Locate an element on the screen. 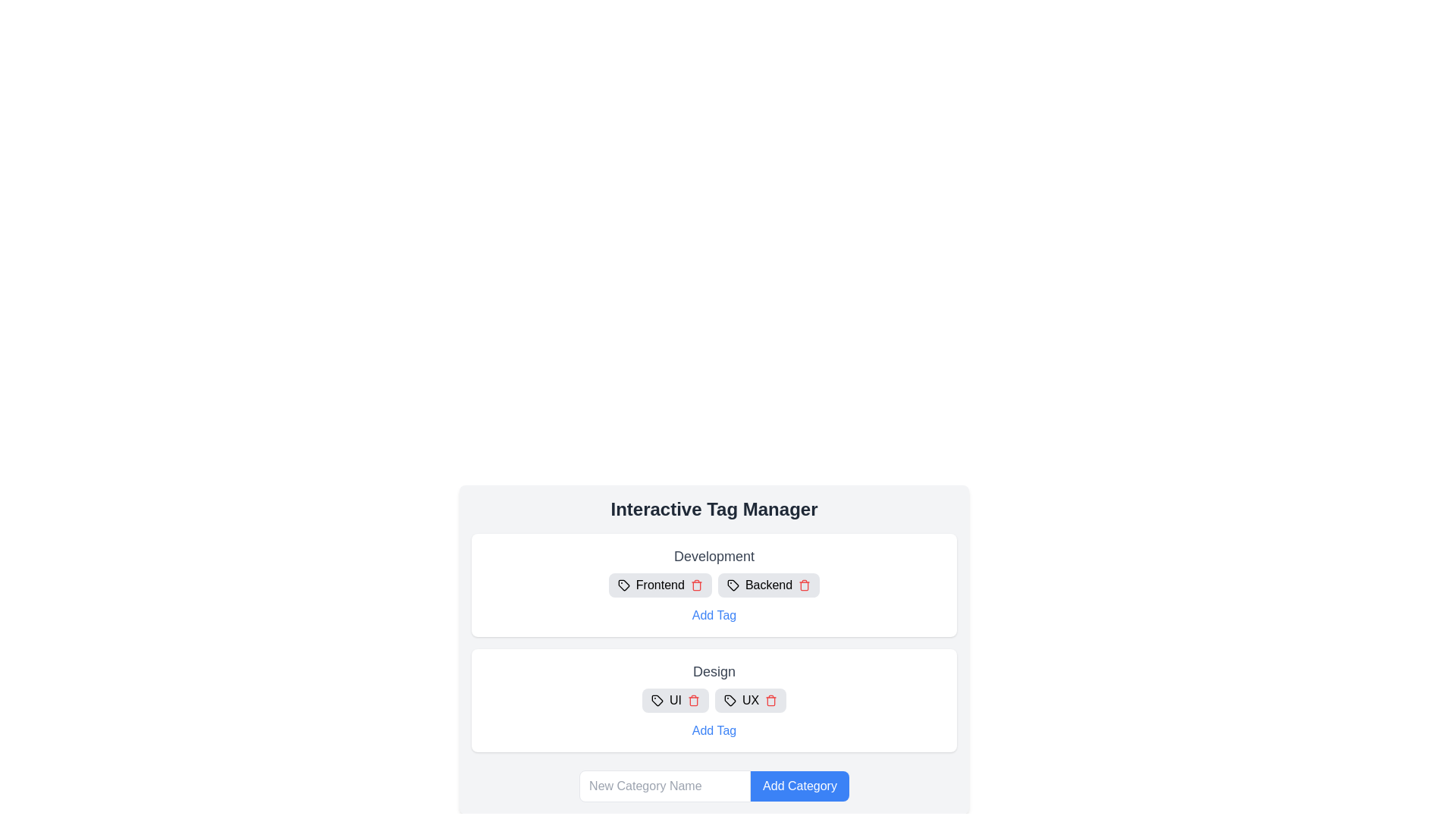 The image size is (1456, 819). the icon representing tags or categorization located under the 'UX' label in the 'Design' category, positioned before the adjacent text elements and red delete icon is located at coordinates (730, 701).